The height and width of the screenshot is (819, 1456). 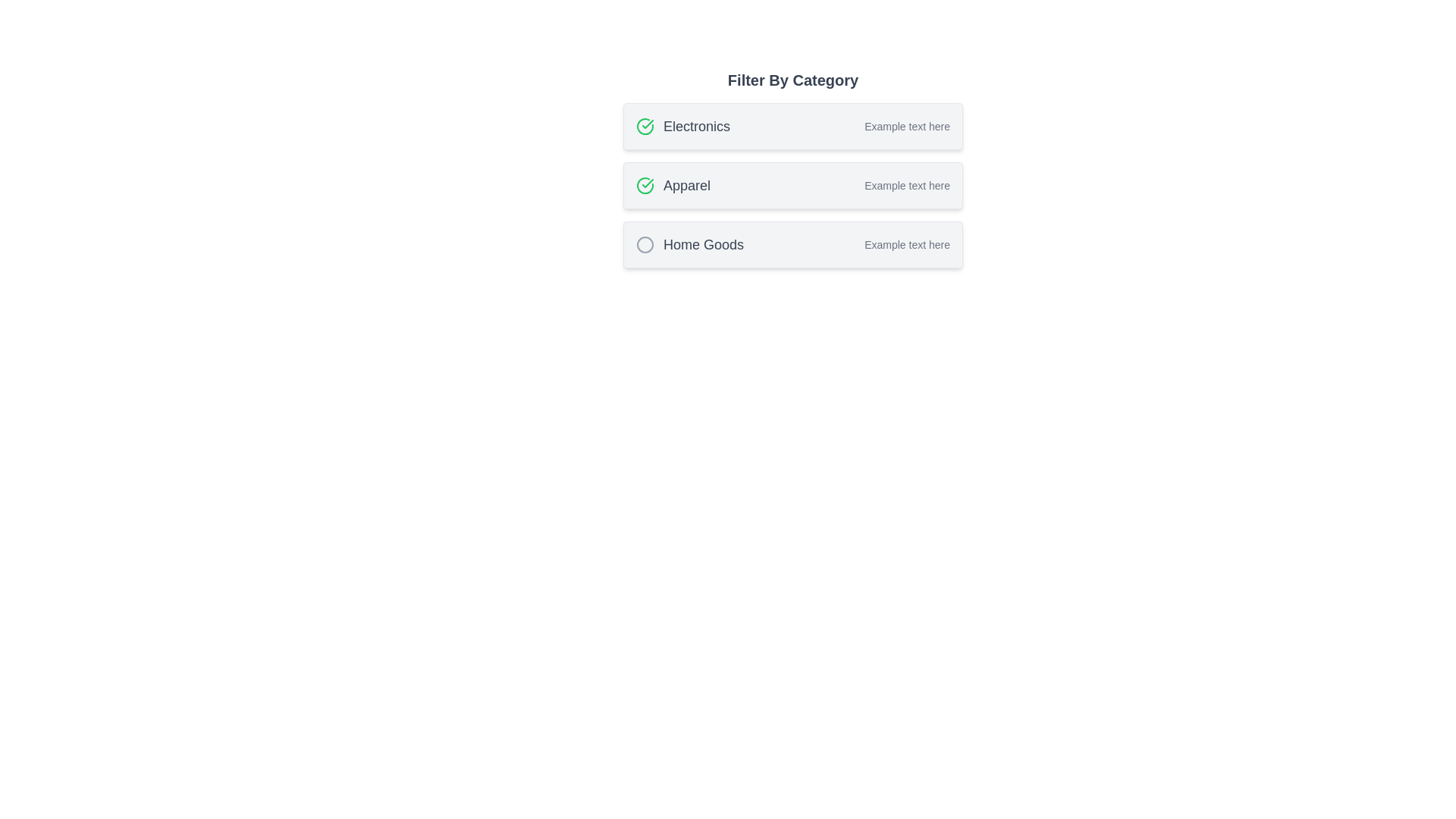 What do you see at coordinates (696, 125) in the screenshot?
I see `the 'Electronics' text label, which signifies a category in the filter interface, located in the first row of categories` at bounding box center [696, 125].